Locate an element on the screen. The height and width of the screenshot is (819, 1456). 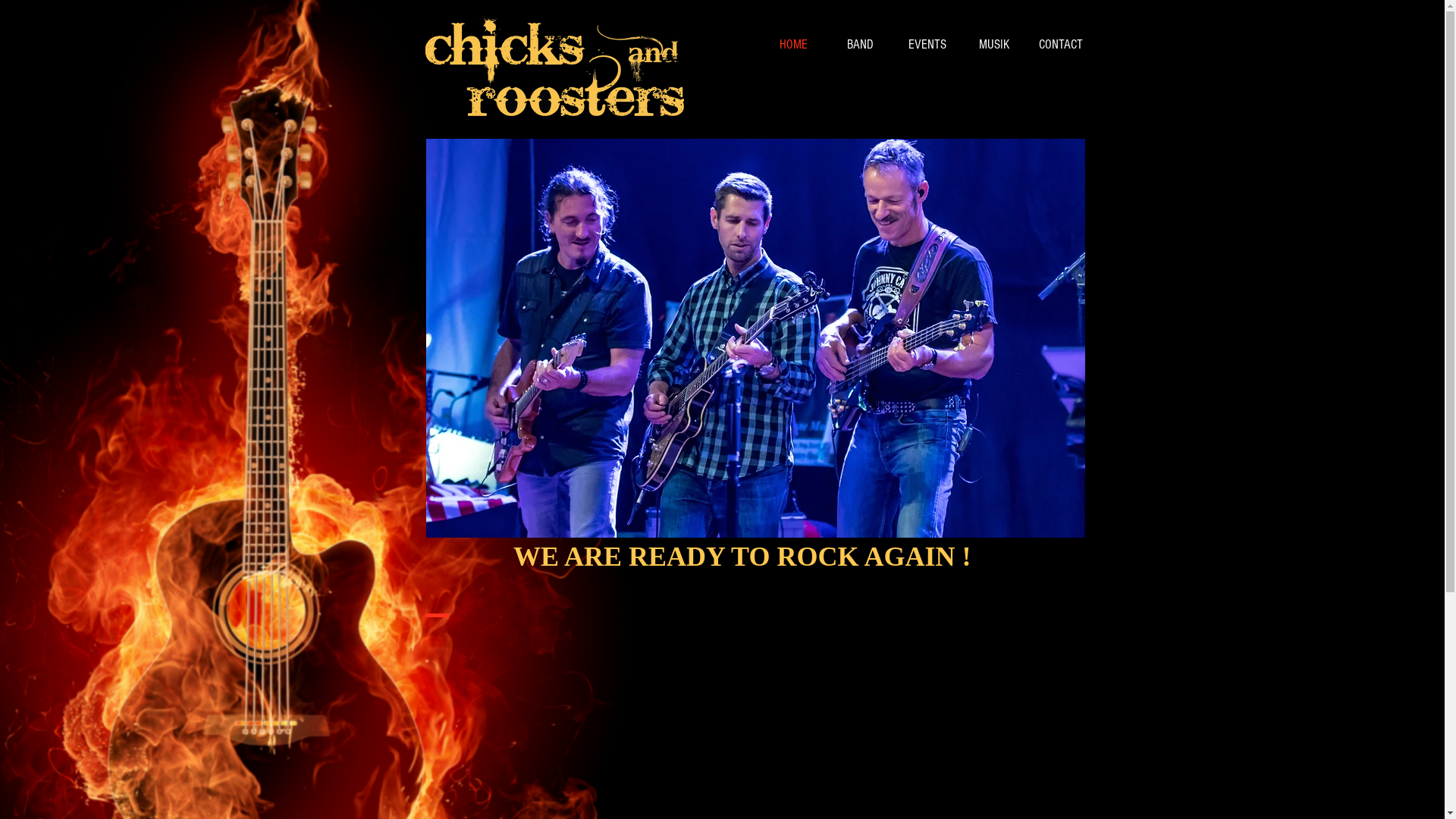
'HOME' is located at coordinates (792, 43).